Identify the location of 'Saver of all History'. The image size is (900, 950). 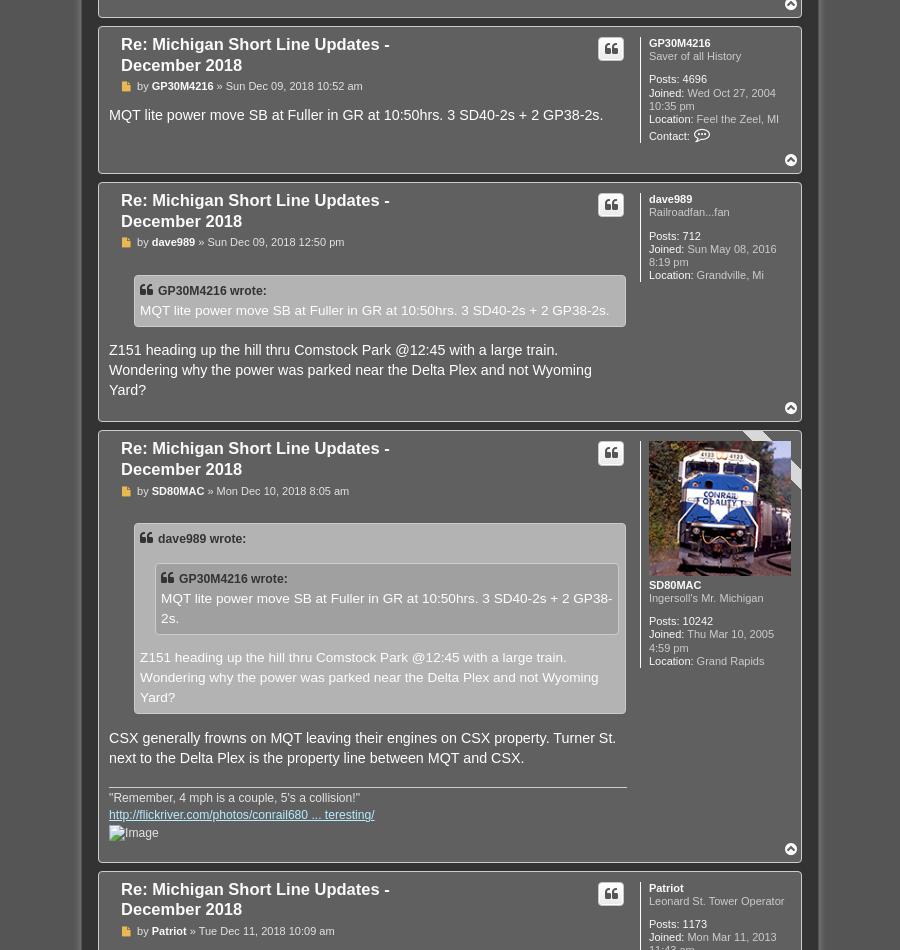
(648, 55).